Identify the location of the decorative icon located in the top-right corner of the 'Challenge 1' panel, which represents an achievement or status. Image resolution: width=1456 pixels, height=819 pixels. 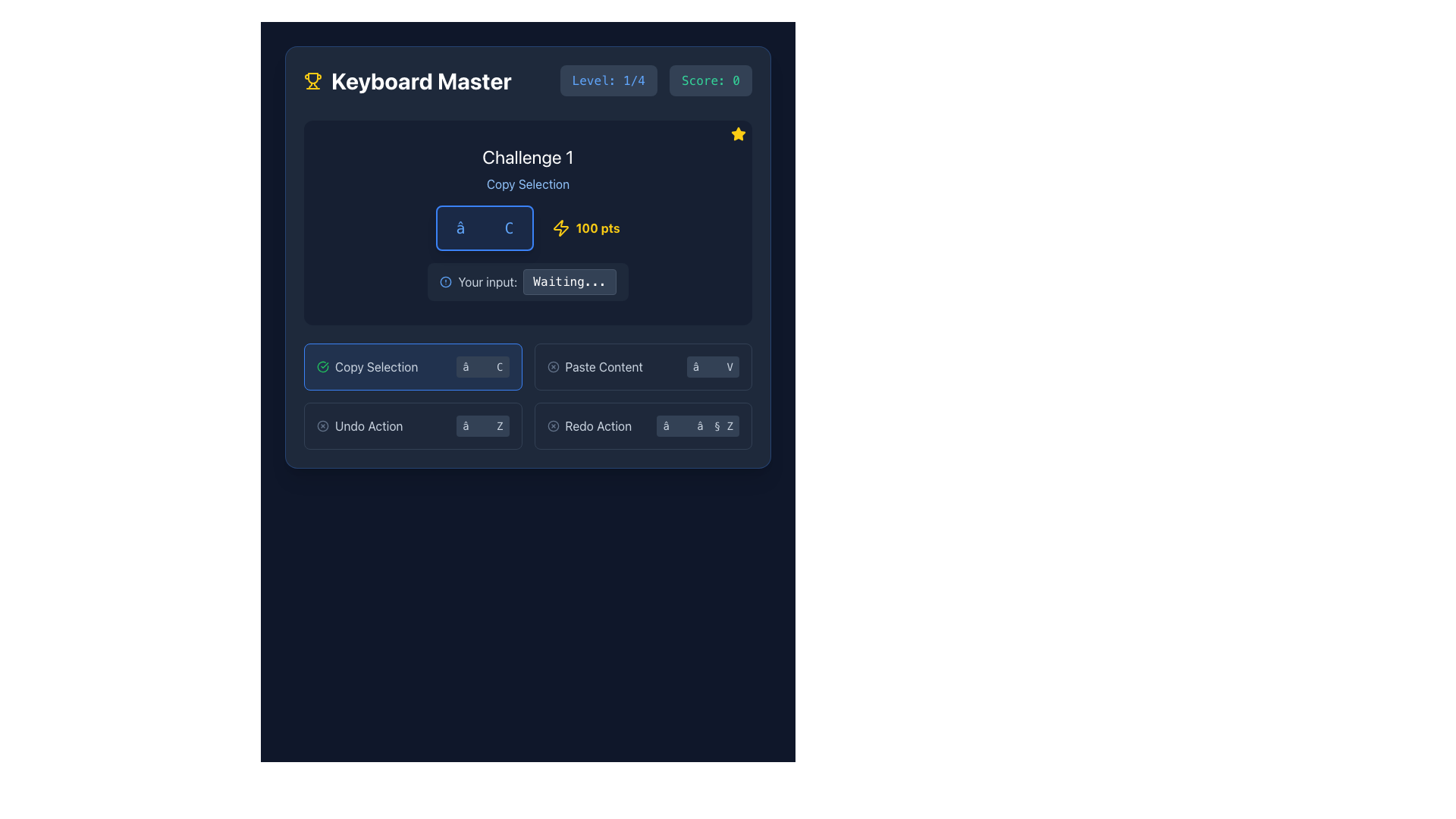
(739, 133).